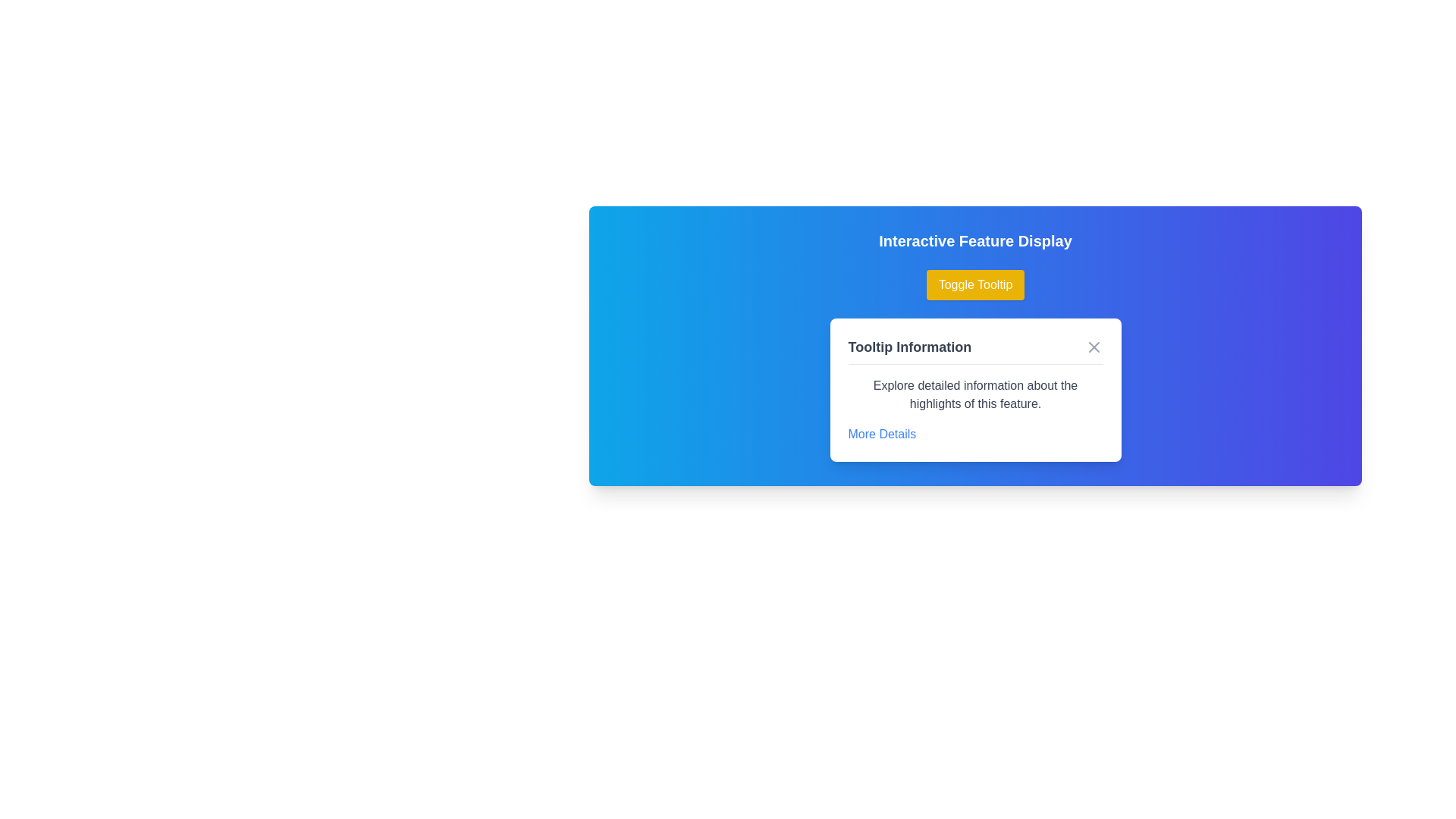 The width and height of the screenshot is (1456, 819). I want to click on the diagonal cross component of the close button within the SVG icon located in the top-right corner of the tooltip box under the 'Toggle Tooltip' button, so click(1094, 347).